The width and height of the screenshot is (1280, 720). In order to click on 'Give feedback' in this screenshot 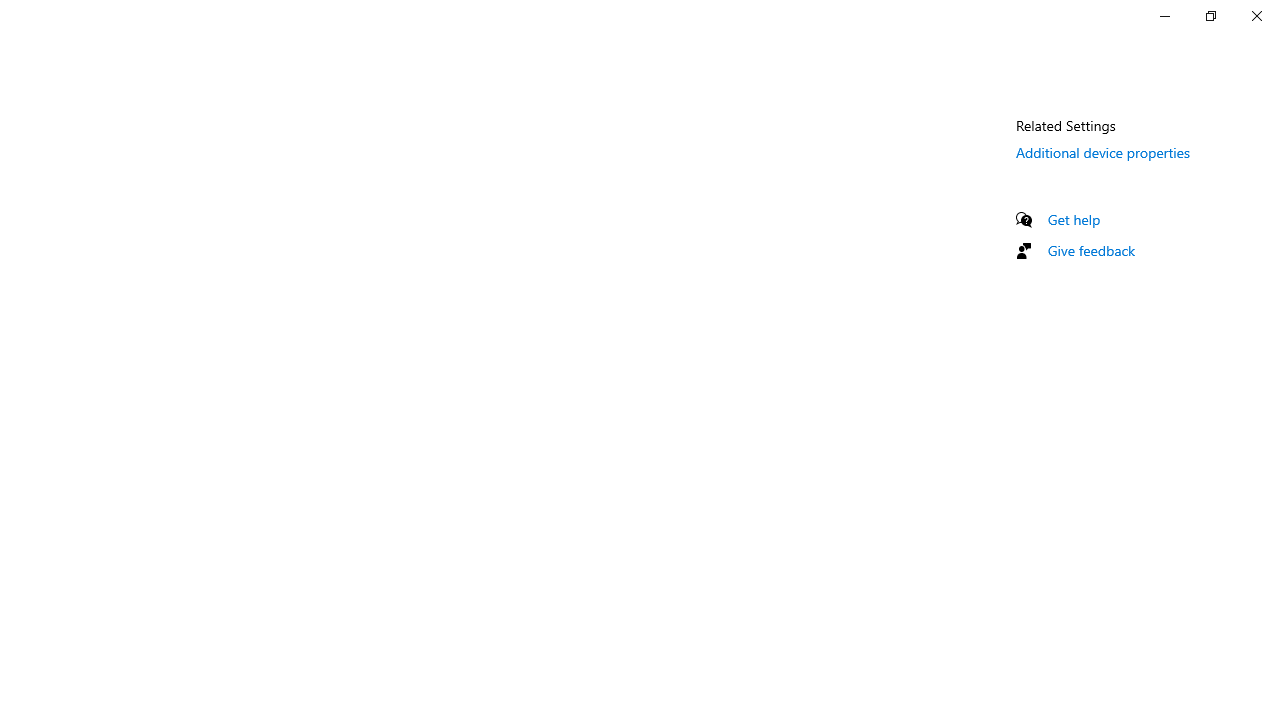, I will do `click(1090, 249)`.